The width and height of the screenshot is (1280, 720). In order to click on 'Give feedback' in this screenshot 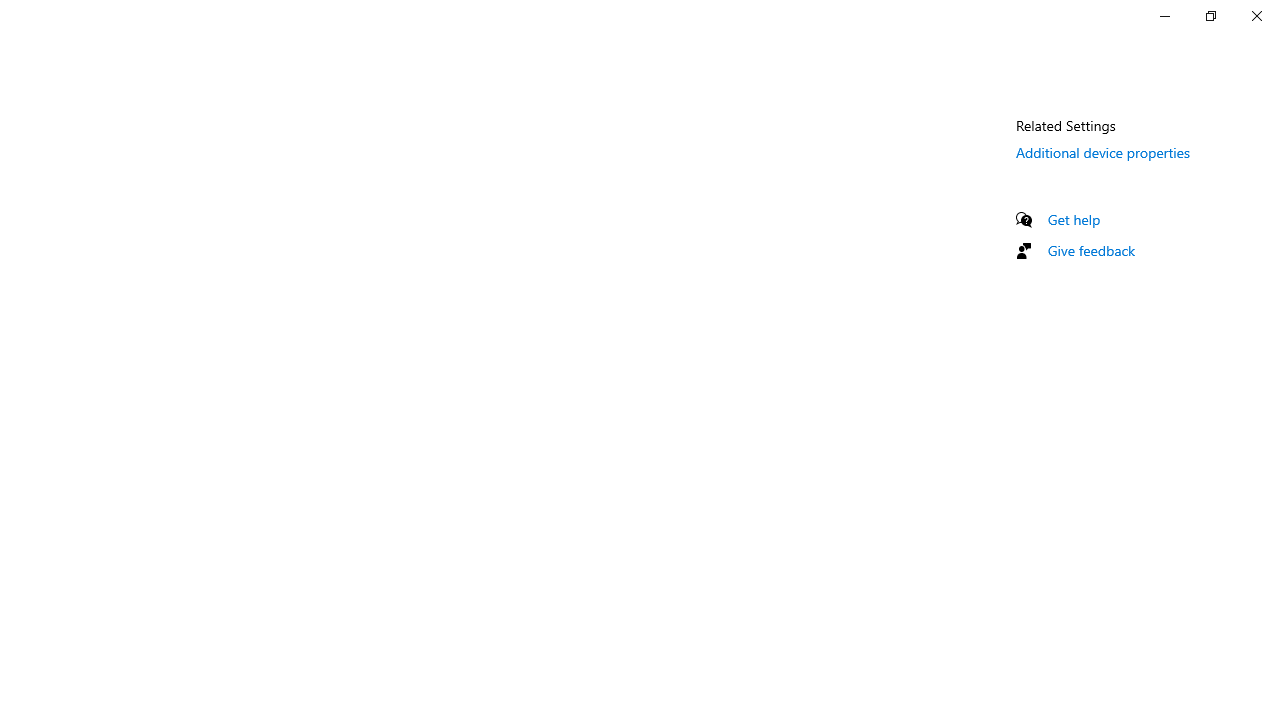, I will do `click(1090, 249)`.